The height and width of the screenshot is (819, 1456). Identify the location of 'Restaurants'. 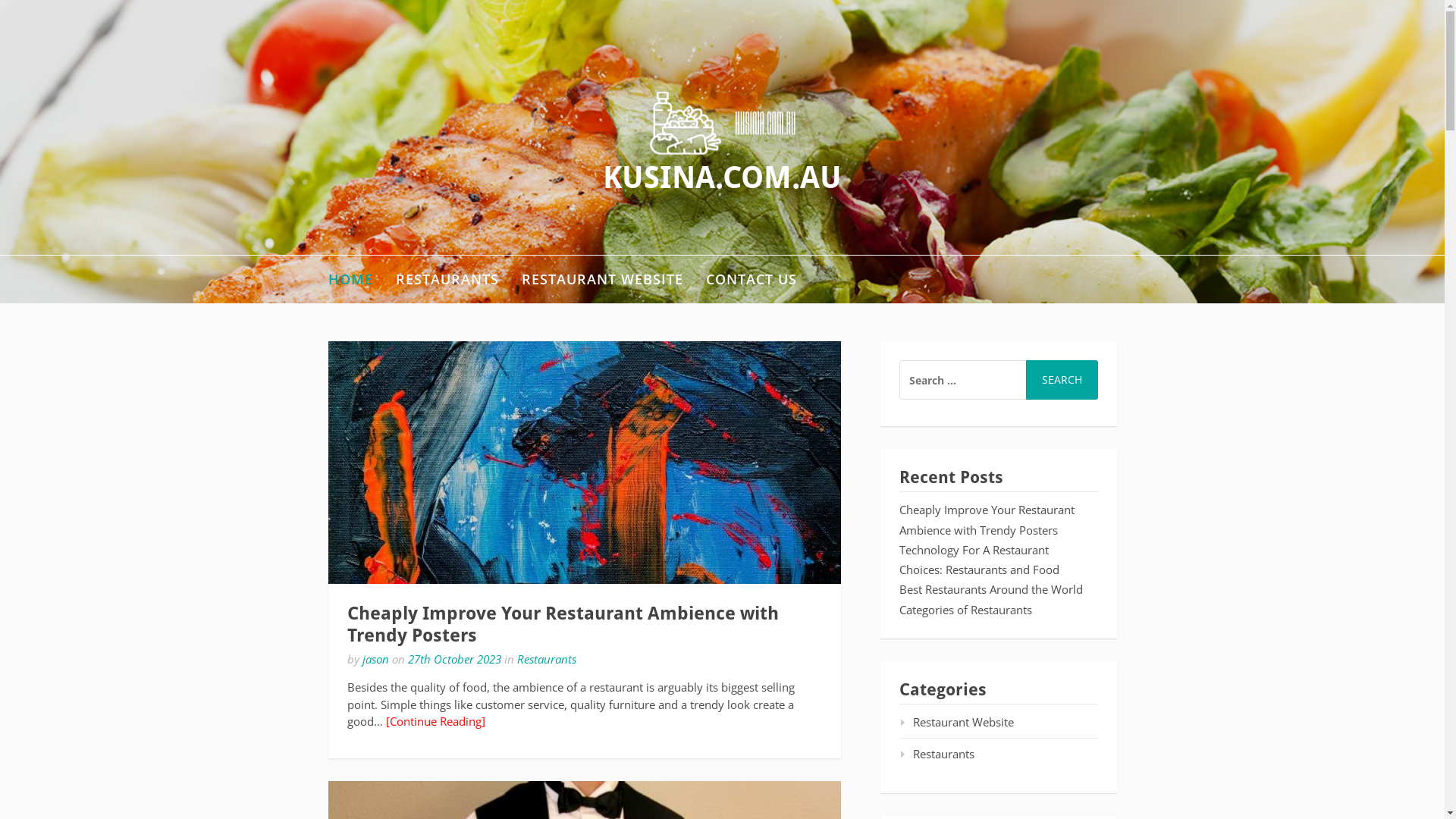
(546, 657).